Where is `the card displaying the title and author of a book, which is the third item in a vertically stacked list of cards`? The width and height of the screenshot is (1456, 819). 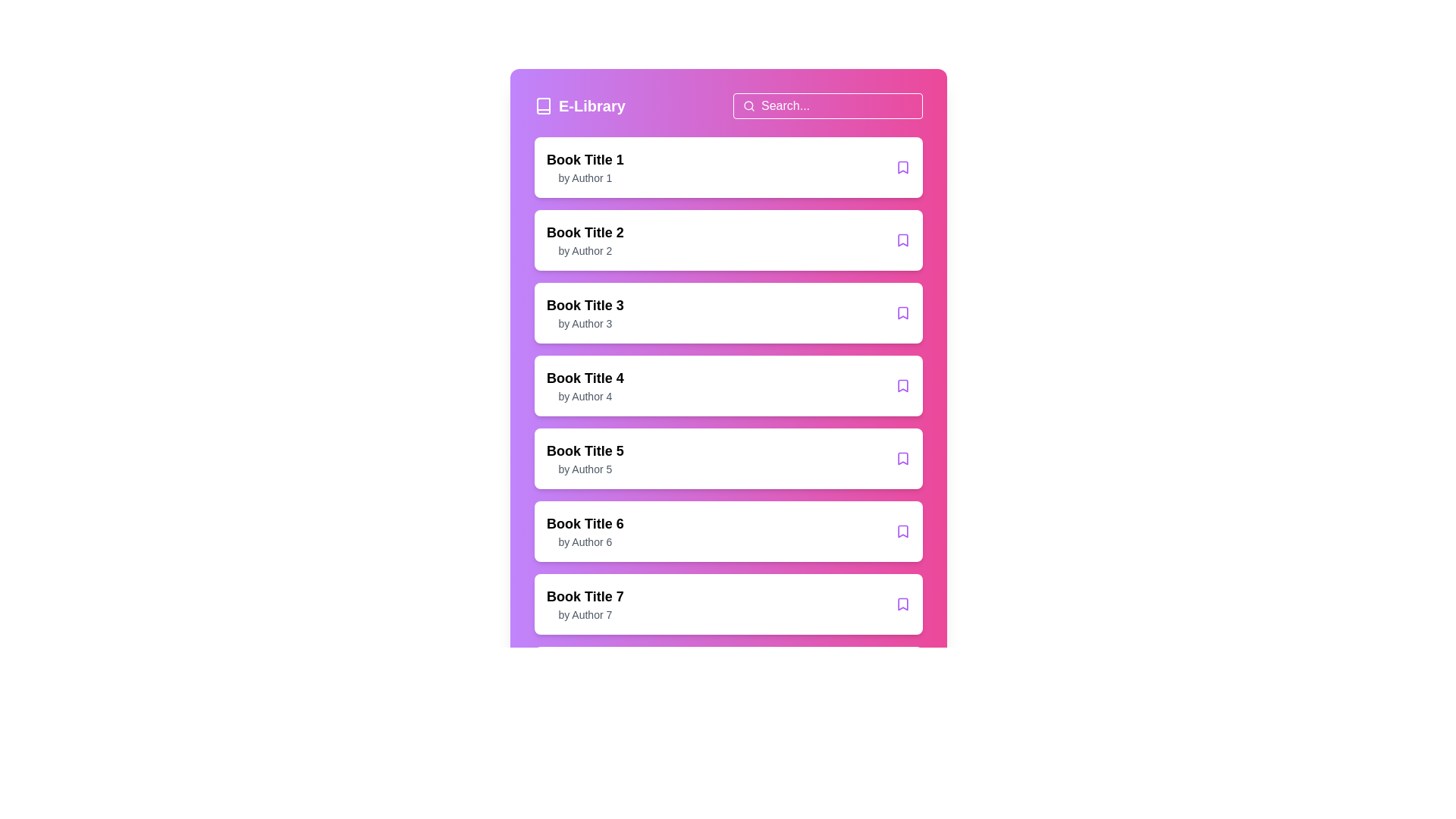 the card displaying the title and author of a book, which is the third item in a vertically stacked list of cards is located at coordinates (728, 312).